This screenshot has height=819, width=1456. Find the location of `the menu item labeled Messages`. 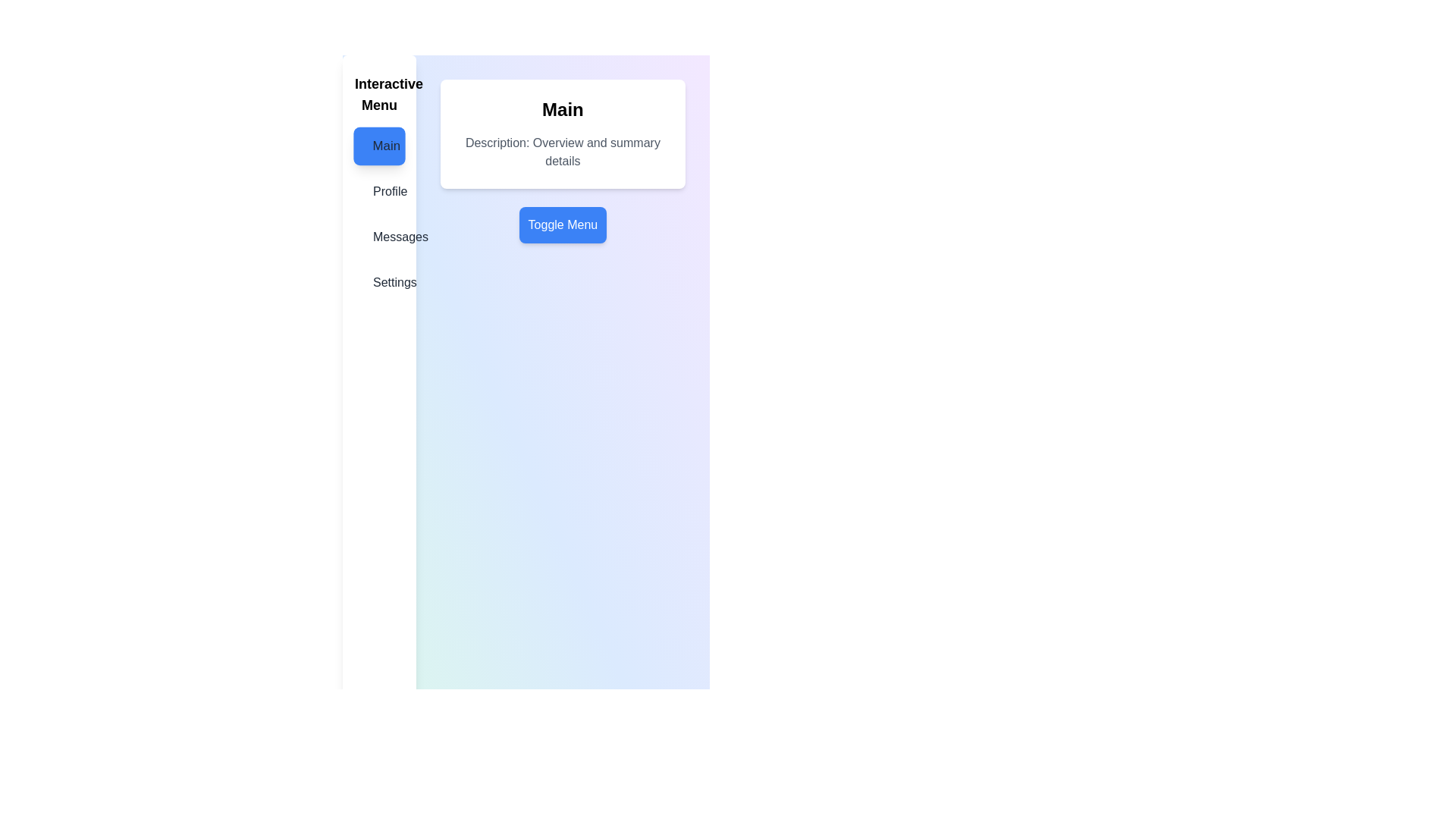

the menu item labeled Messages is located at coordinates (378, 237).